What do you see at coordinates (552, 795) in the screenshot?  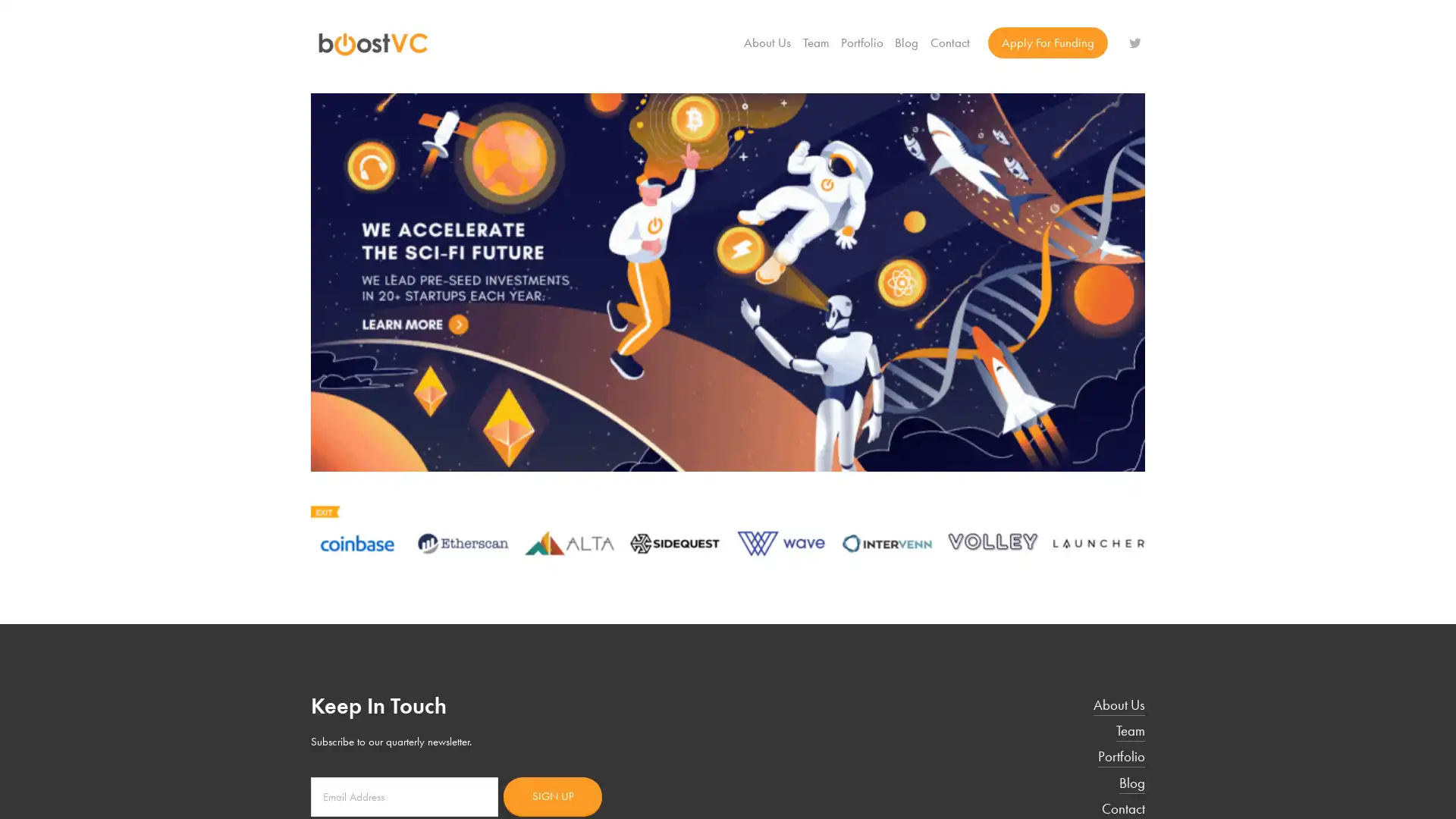 I see `SIGN UP` at bounding box center [552, 795].